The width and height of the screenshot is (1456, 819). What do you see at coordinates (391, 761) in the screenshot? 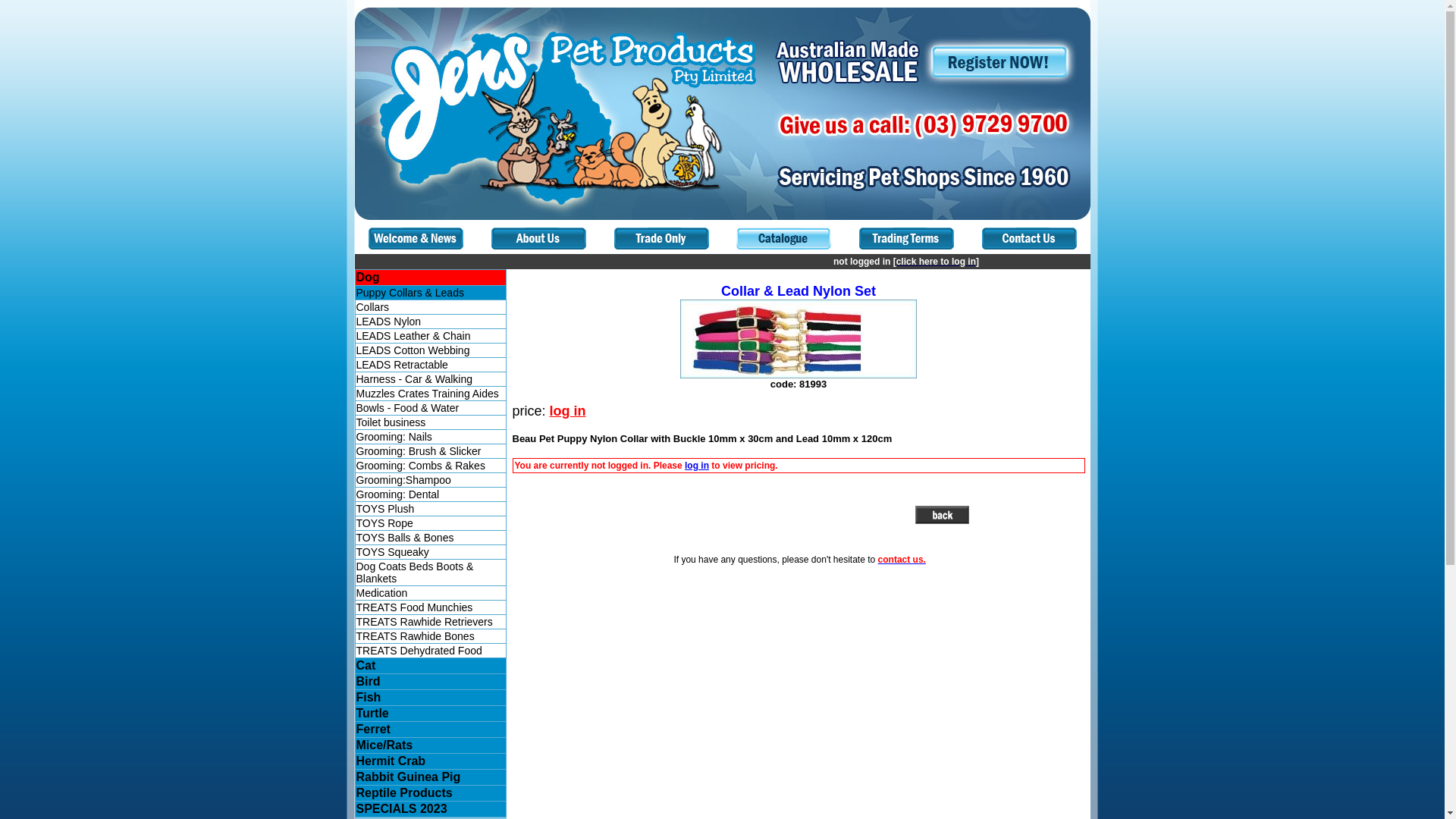
I see `'Hermit Crab'` at bounding box center [391, 761].